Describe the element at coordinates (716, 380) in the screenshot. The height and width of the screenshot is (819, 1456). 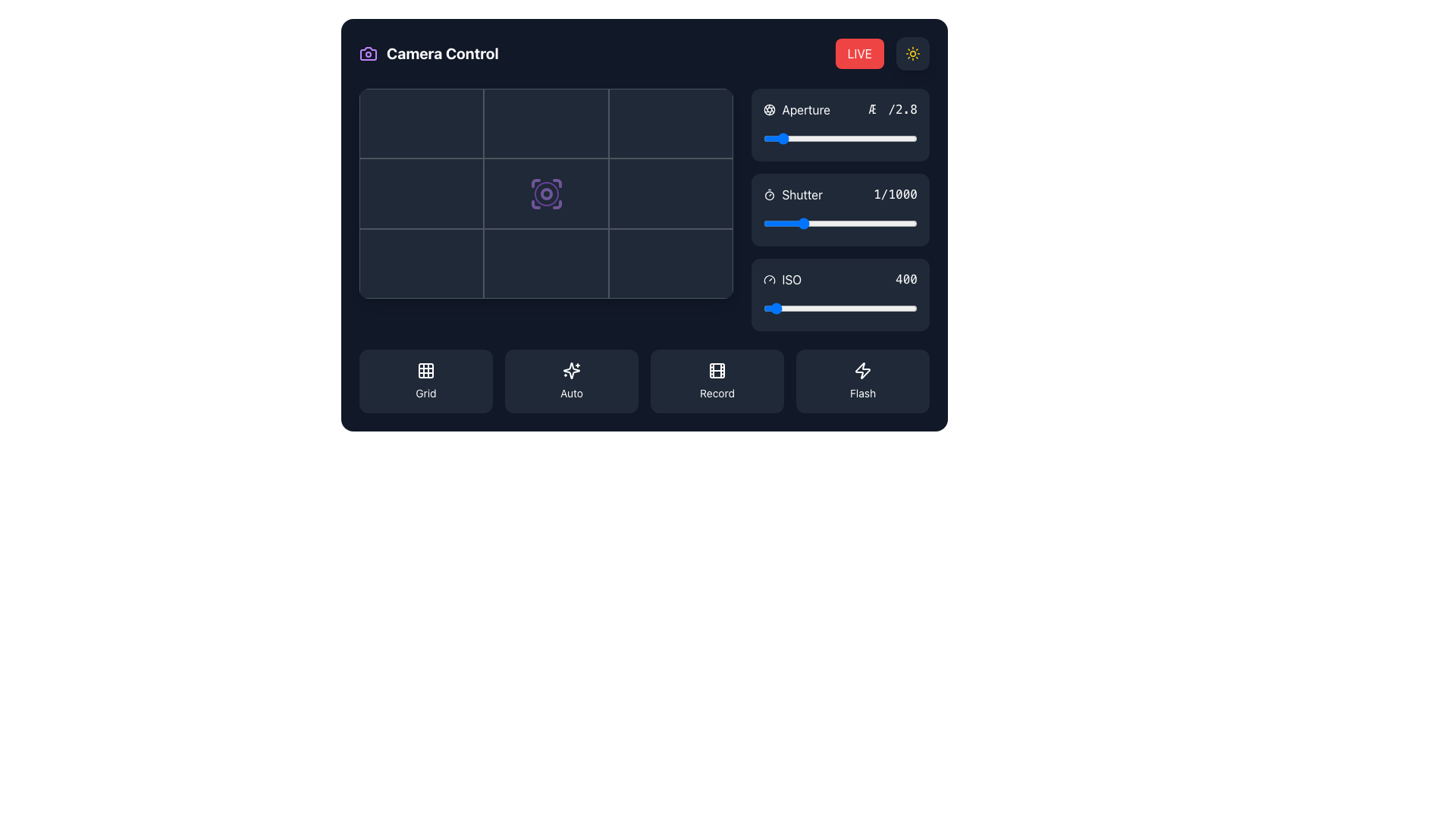
I see `the recording functionality button located in the third column of buttons at the bottom of the interface, between the 'Auto' and 'Flash' buttons` at that location.